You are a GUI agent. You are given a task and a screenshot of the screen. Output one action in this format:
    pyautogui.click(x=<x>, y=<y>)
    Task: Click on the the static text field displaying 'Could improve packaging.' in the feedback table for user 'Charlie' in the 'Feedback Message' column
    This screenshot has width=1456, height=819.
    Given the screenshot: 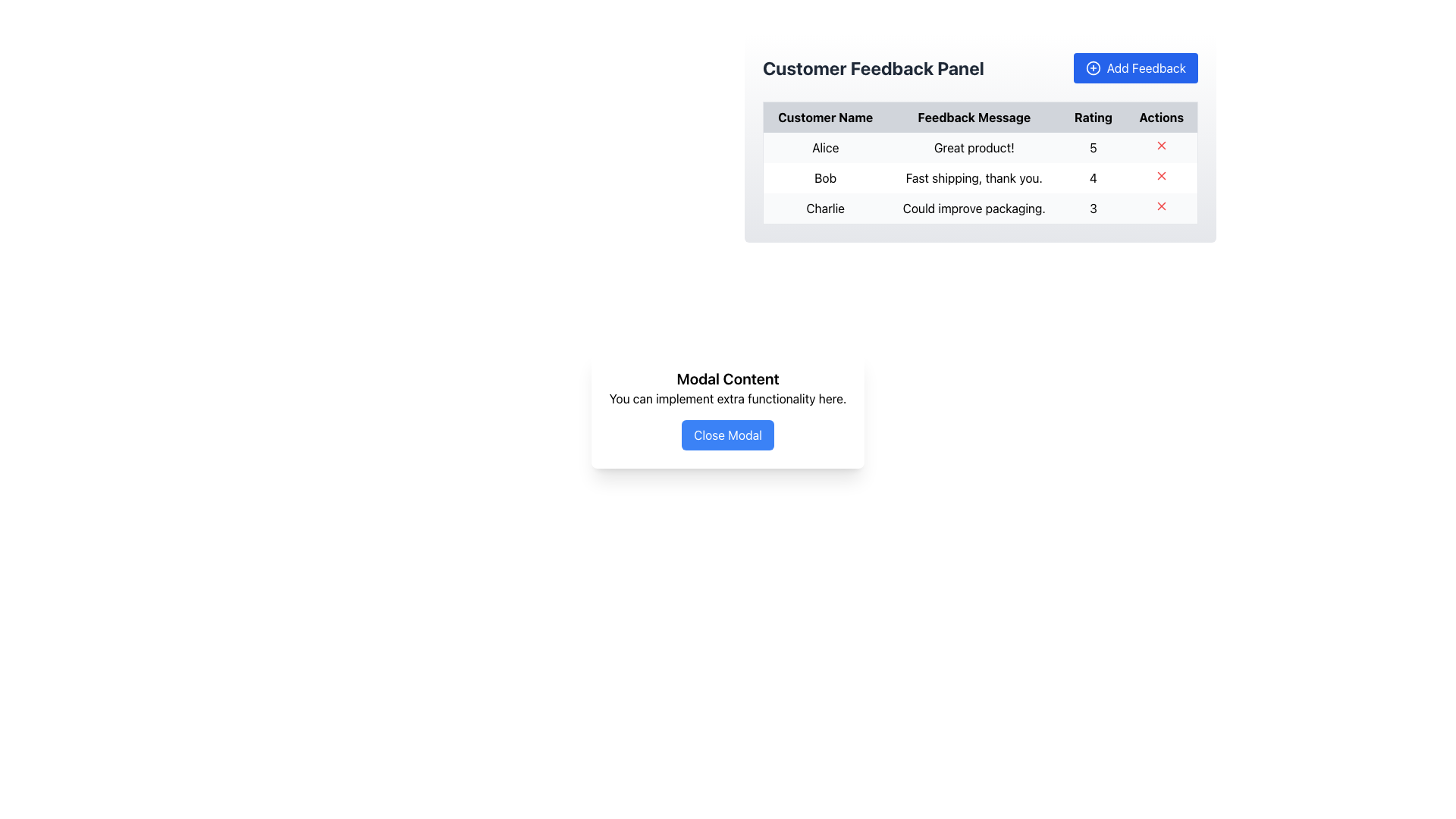 What is the action you would take?
    pyautogui.click(x=974, y=209)
    